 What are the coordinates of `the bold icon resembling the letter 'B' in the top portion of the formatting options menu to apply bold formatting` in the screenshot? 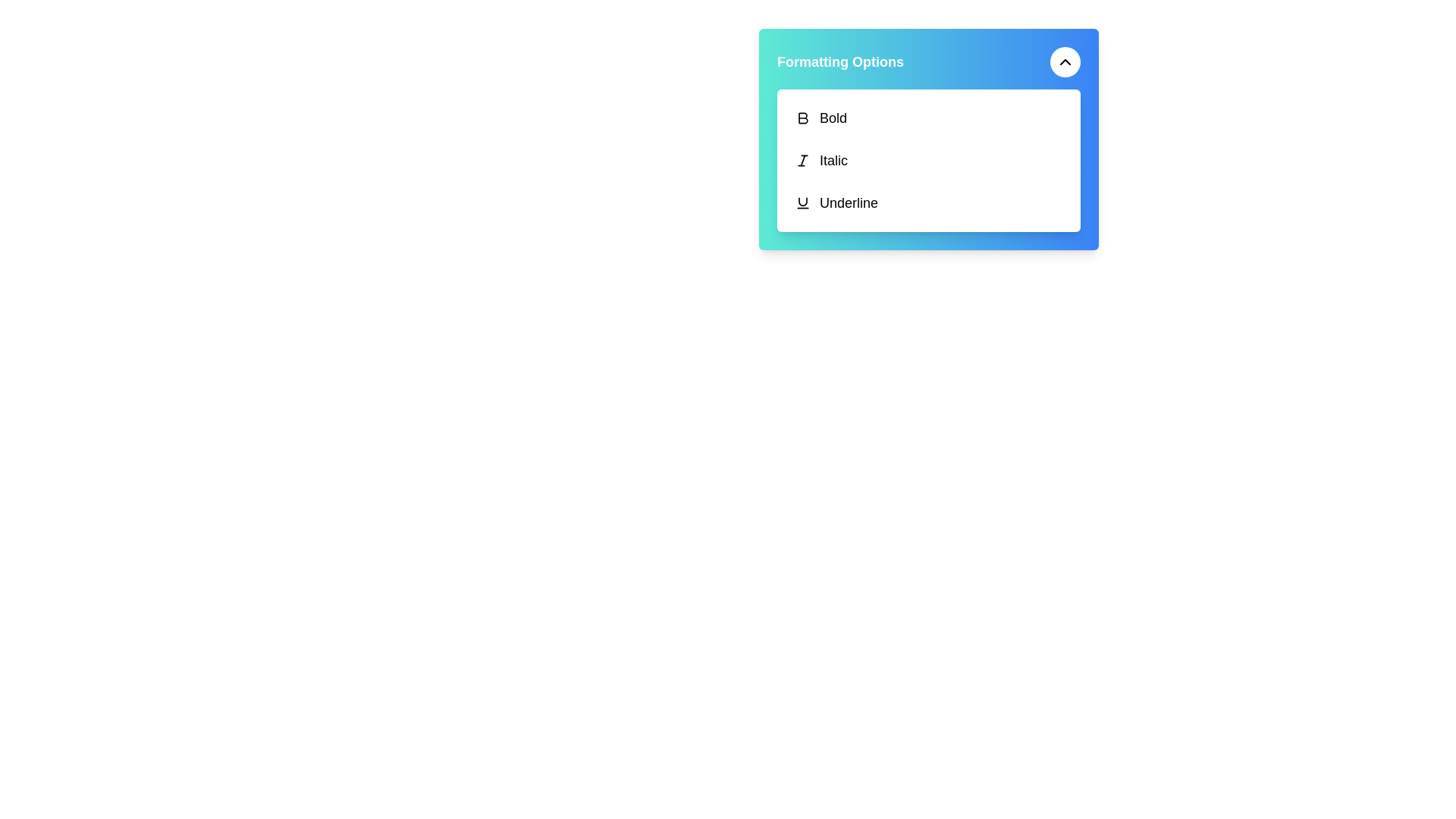 It's located at (802, 117).